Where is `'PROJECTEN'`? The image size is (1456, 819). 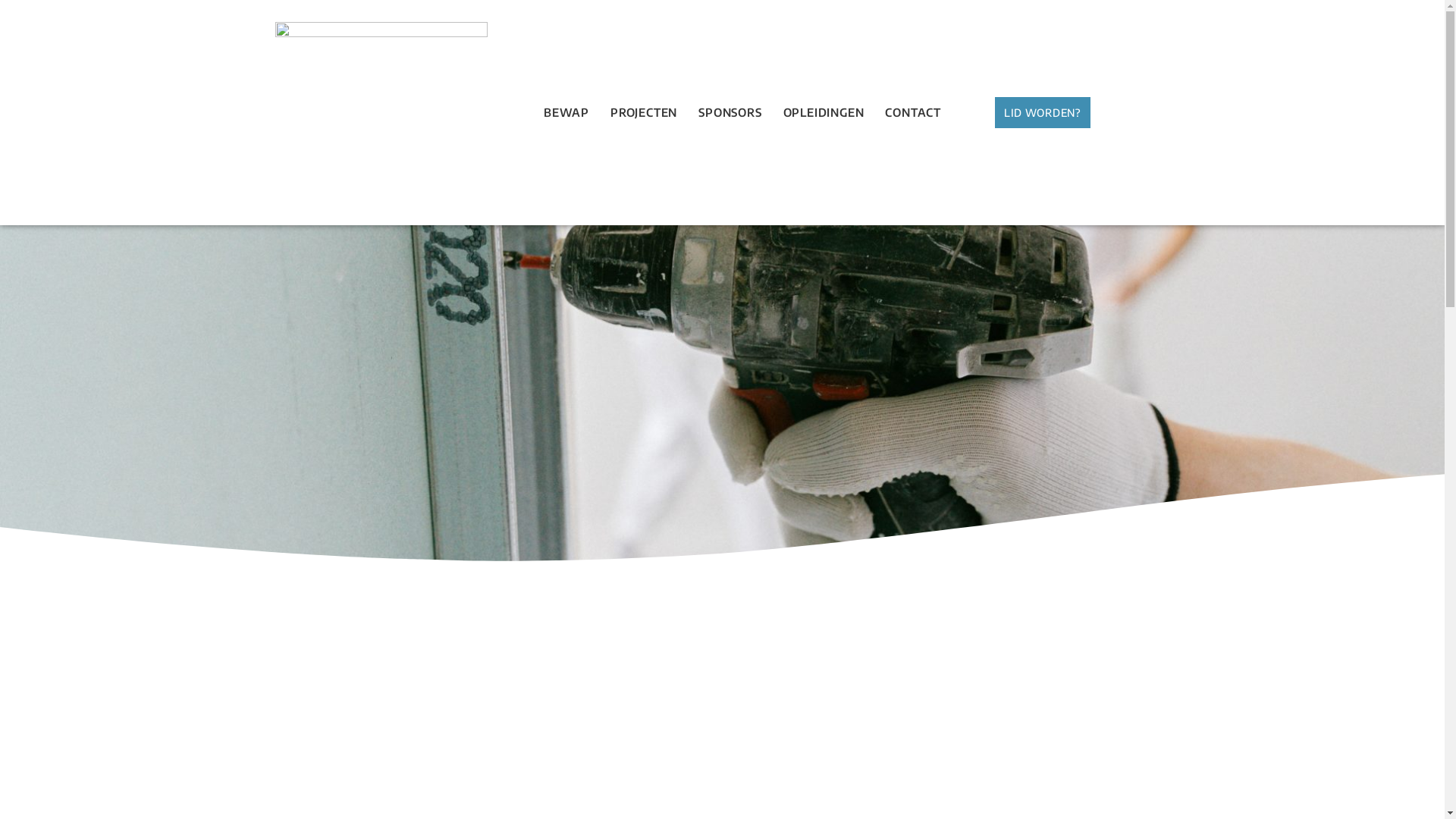
'PROJECTEN' is located at coordinates (644, 111).